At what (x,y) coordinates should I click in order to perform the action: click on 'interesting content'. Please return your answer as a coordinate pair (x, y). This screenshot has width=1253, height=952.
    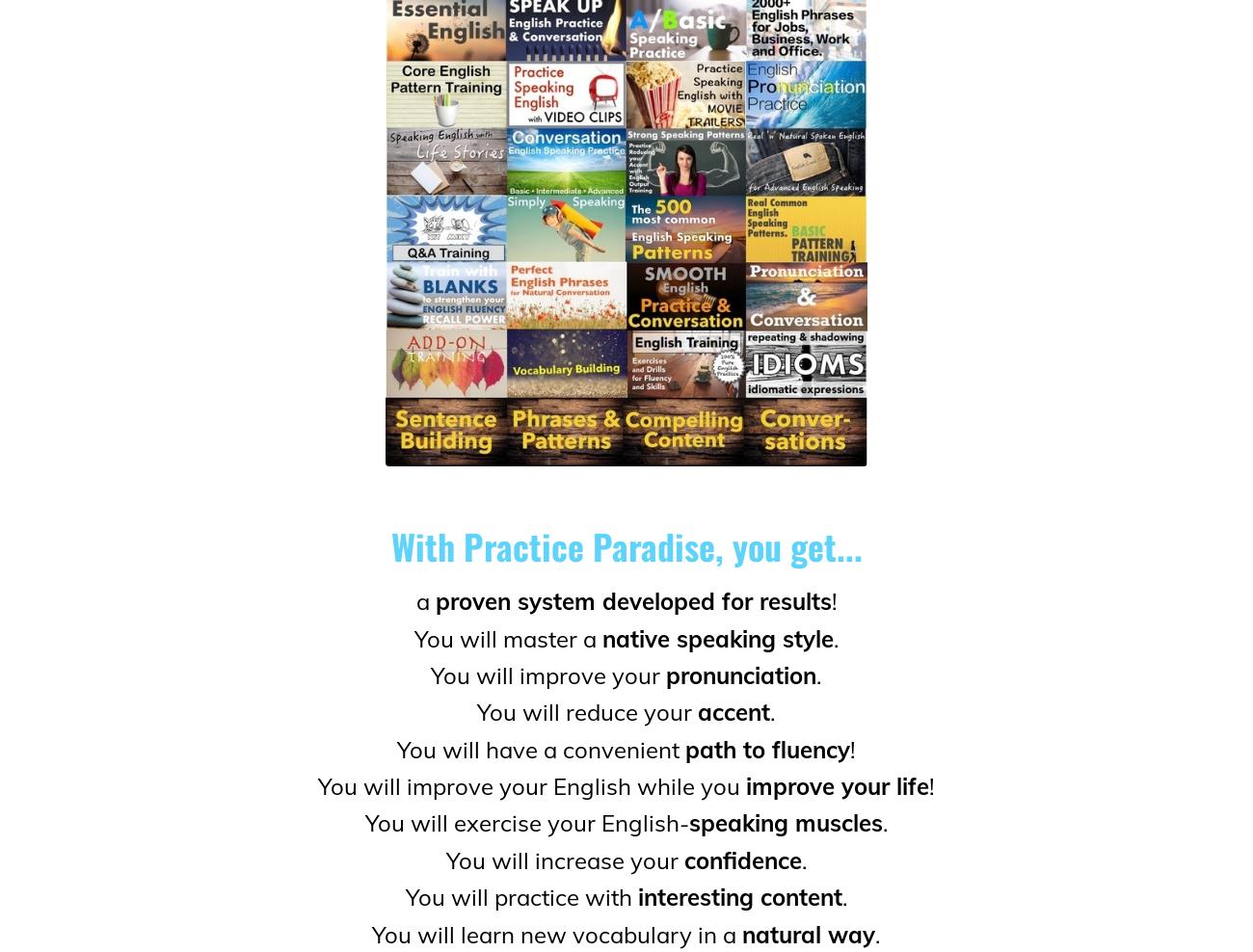
    Looking at the image, I should click on (738, 896).